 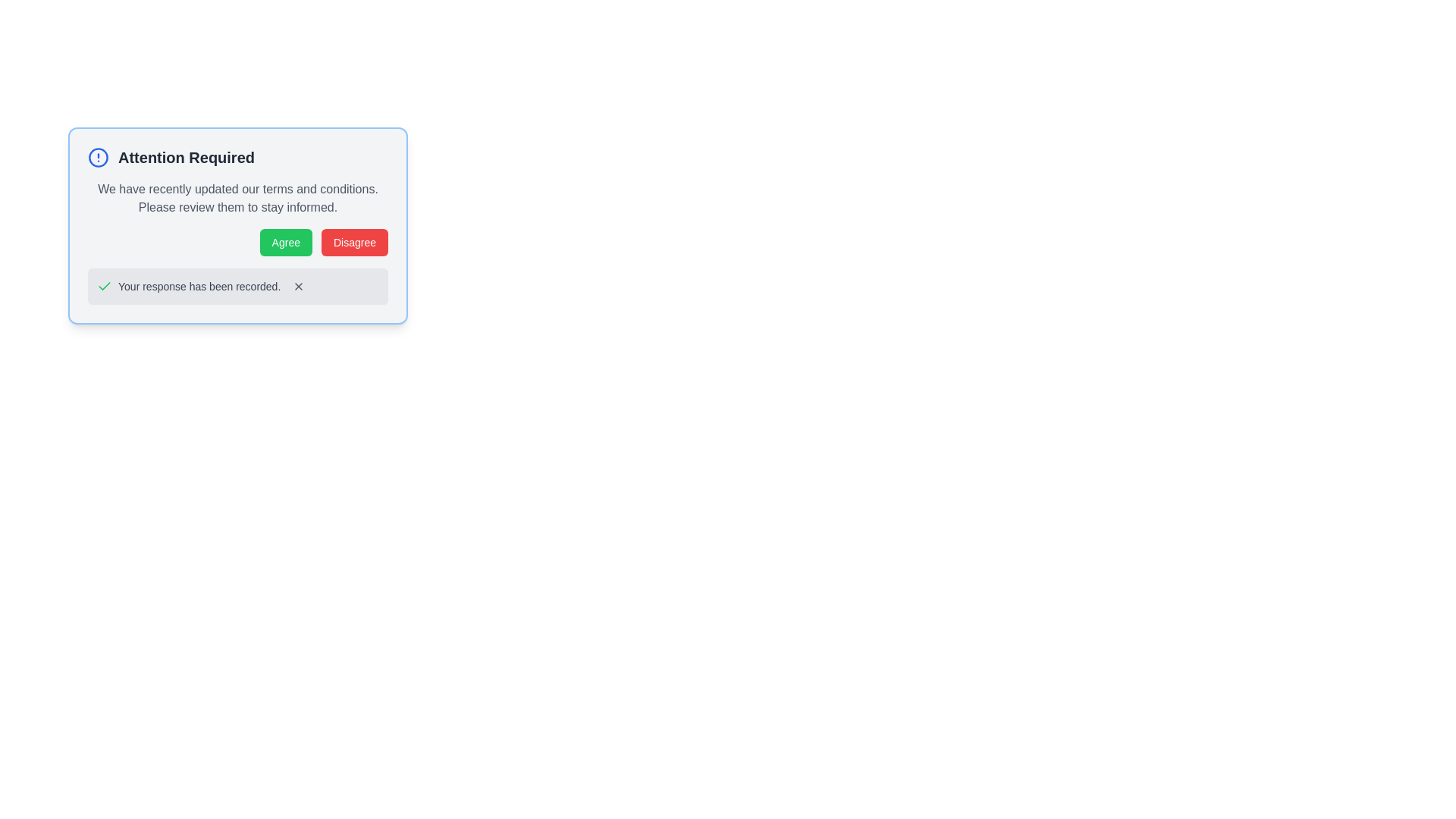 I want to click on the circular icon with a blue border and an exclamation mark symbol, which signifies an alert, located to the left of the 'Attention Required' text, so click(x=97, y=158).